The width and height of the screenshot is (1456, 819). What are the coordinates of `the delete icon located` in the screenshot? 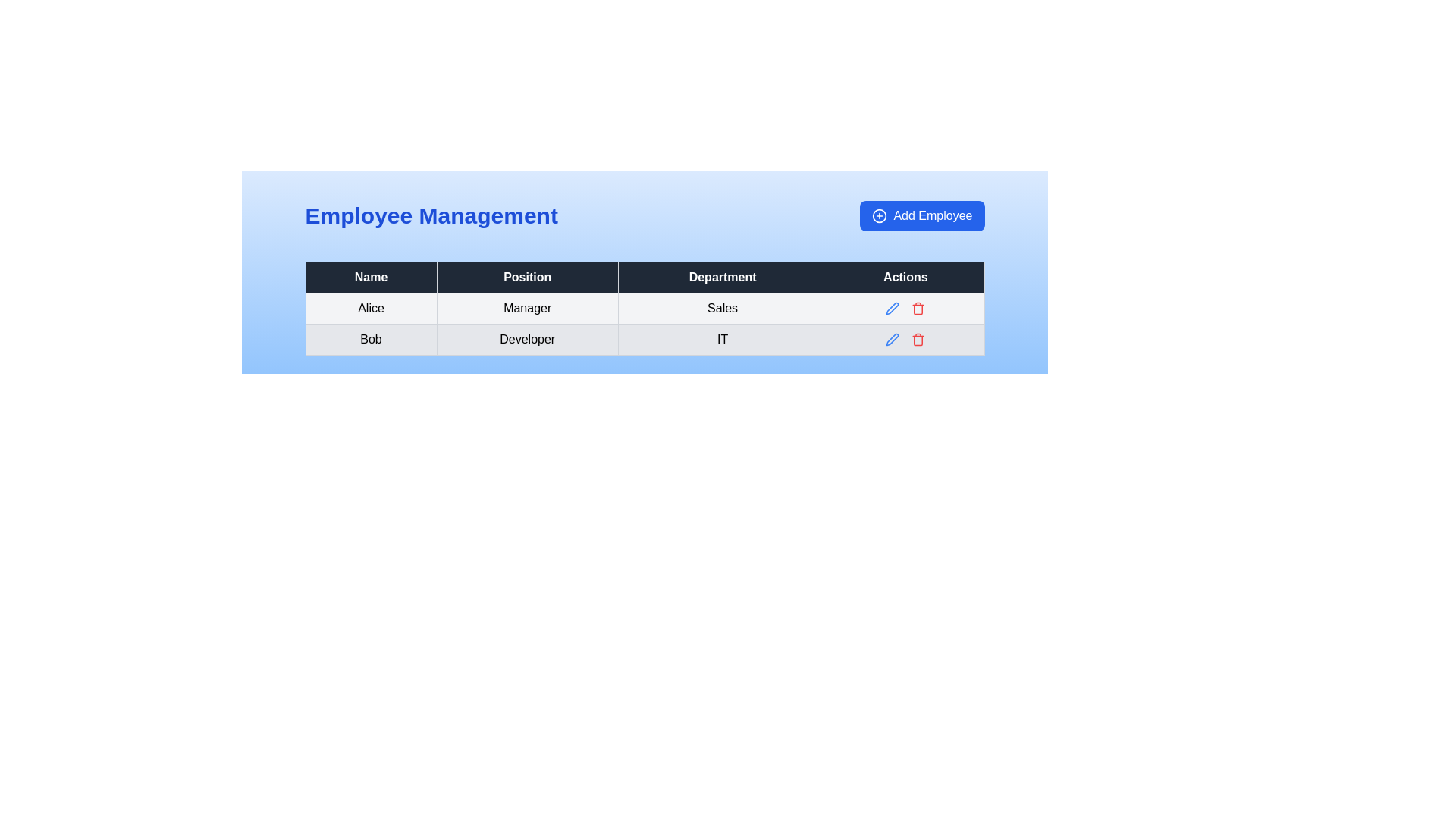 It's located at (917, 338).